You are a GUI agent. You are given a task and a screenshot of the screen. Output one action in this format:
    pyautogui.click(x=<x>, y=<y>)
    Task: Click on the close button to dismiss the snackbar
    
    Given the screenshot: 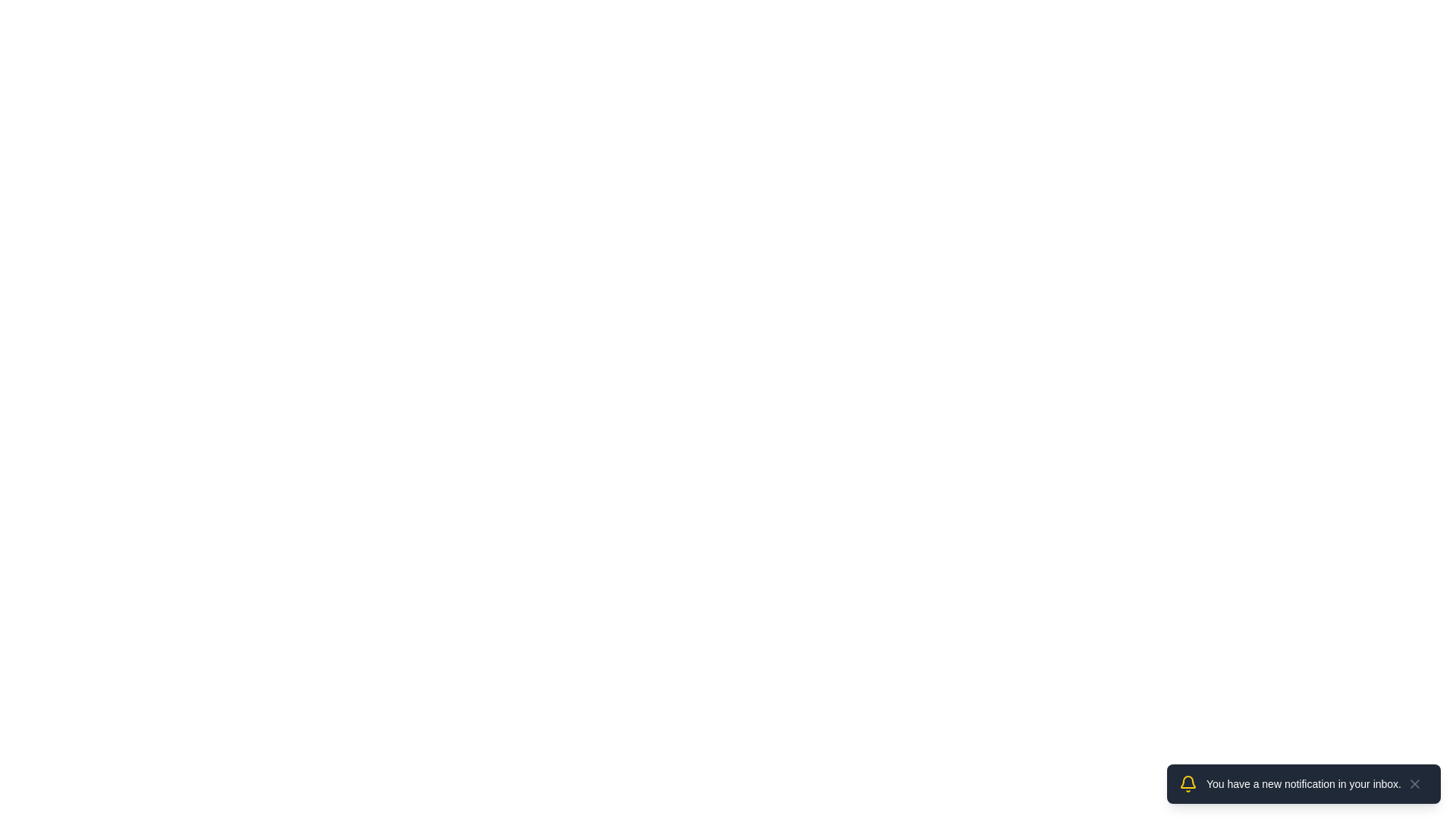 What is the action you would take?
    pyautogui.click(x=1414, y=783)
    